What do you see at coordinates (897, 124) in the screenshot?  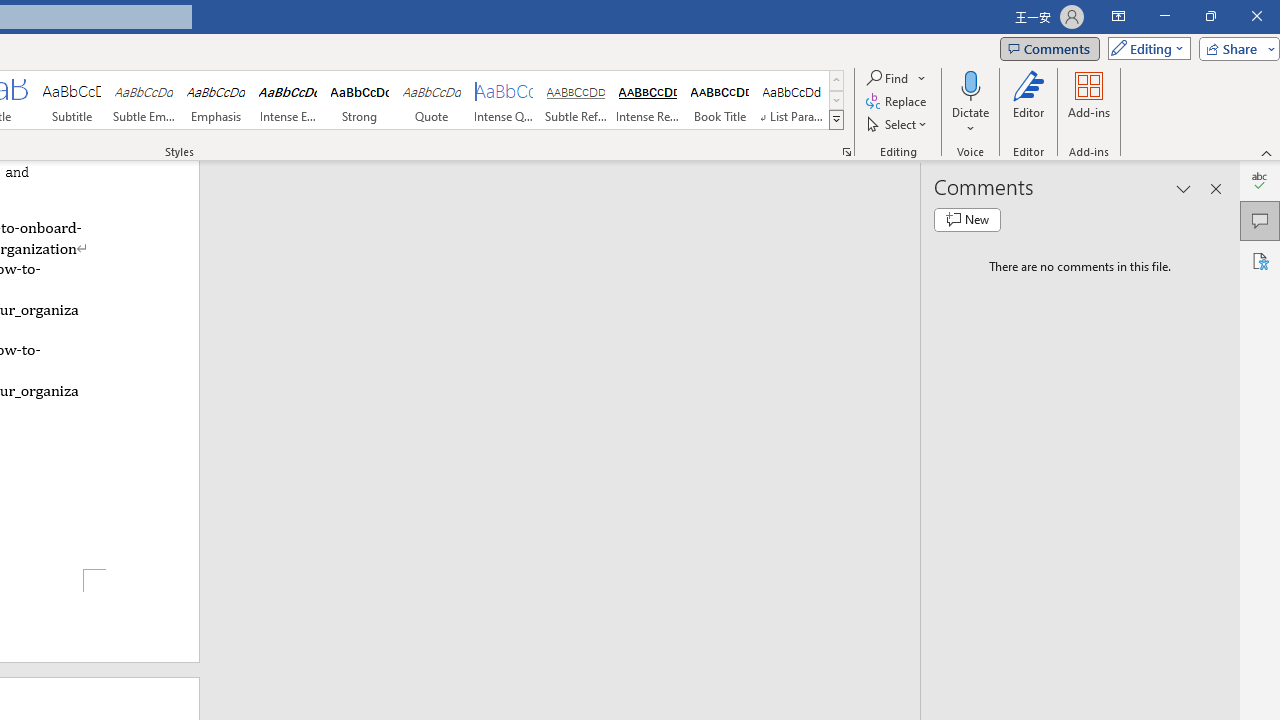 I see `'Select'` at bounding box center [897, 124].